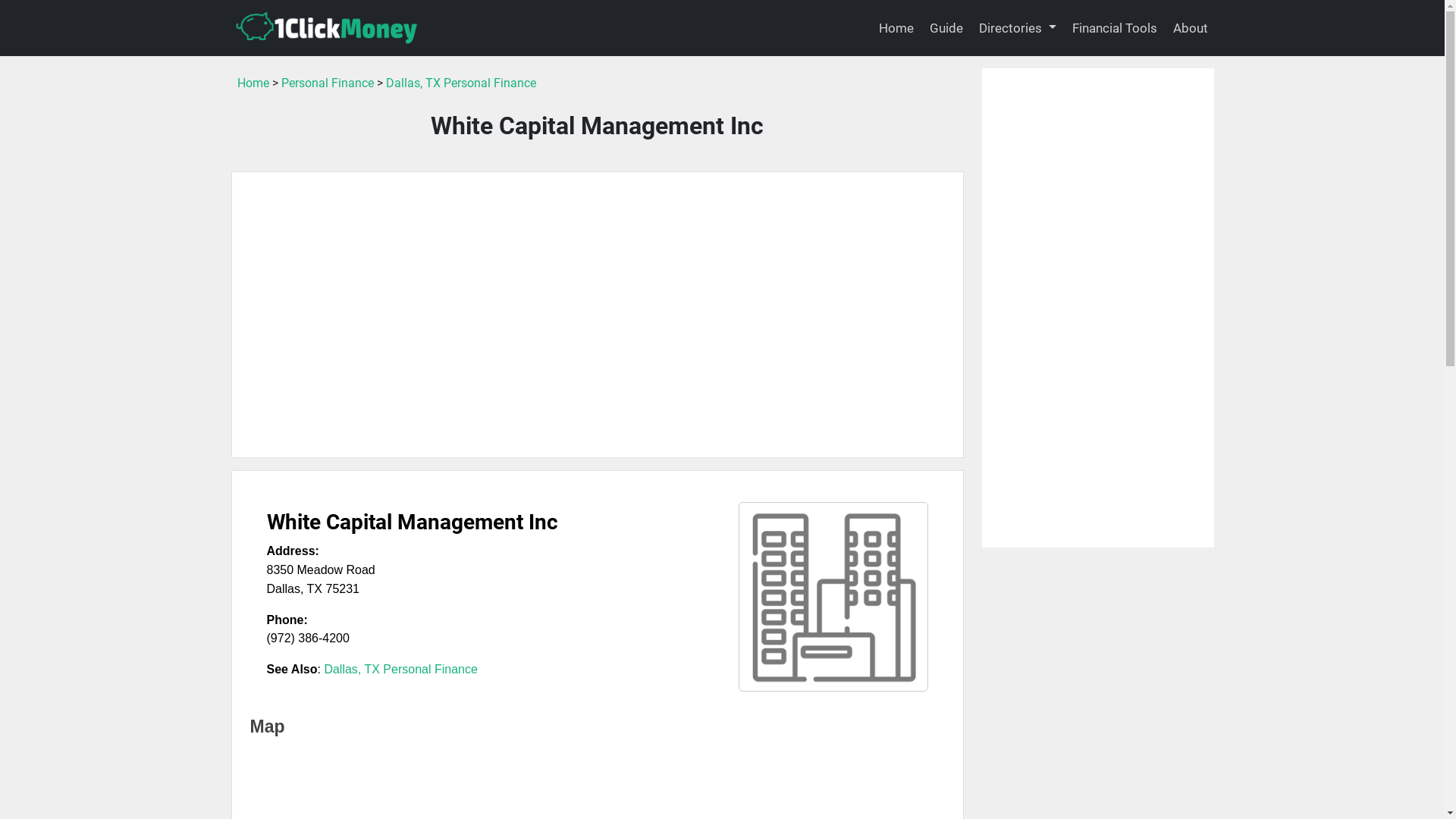 This screenshot has width=1456, height=819. I want to click on 'Home', so click(896, 28).